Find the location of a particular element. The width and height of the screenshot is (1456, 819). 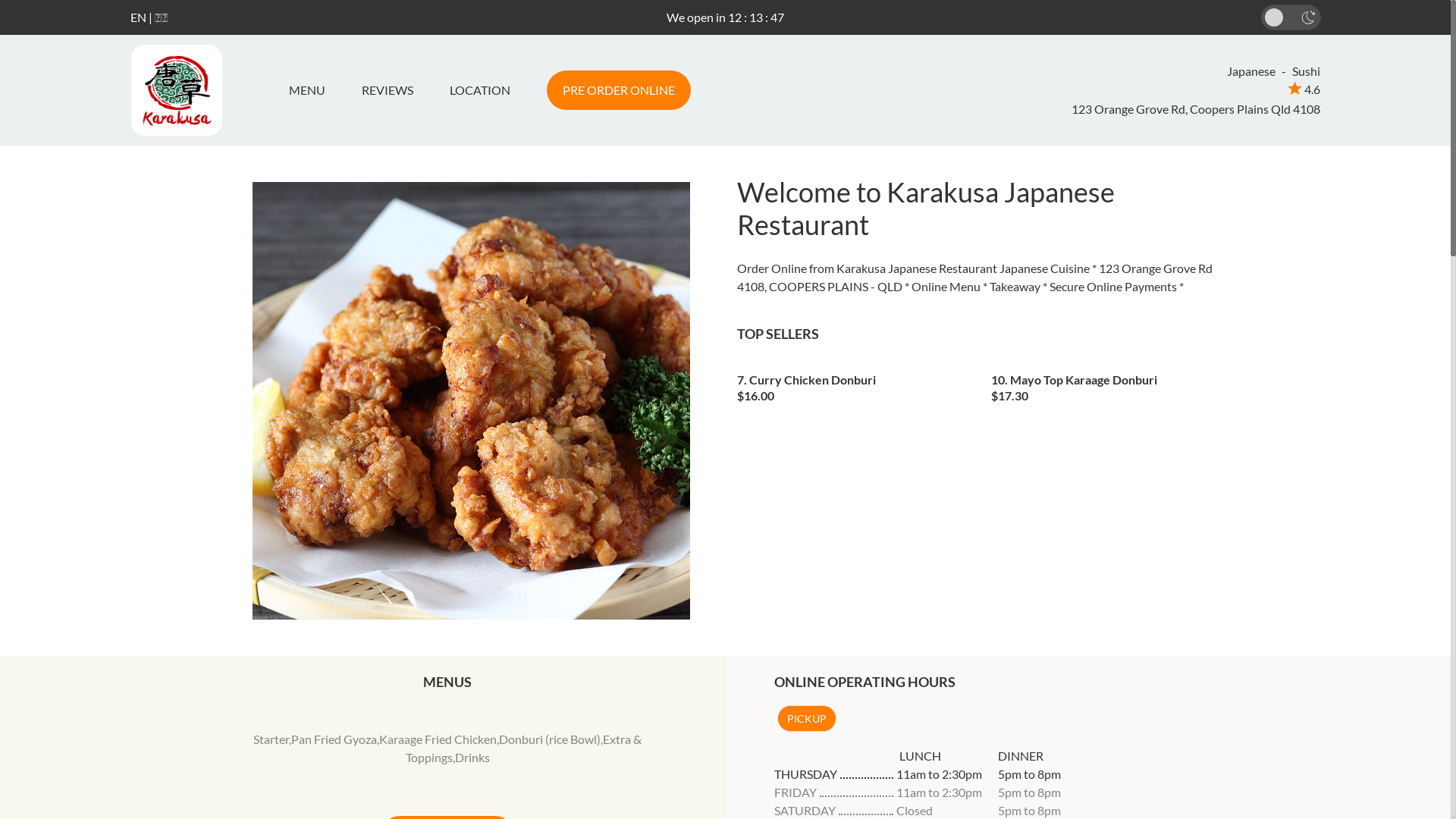

'Drinks' is located at coordinates (472, 757).